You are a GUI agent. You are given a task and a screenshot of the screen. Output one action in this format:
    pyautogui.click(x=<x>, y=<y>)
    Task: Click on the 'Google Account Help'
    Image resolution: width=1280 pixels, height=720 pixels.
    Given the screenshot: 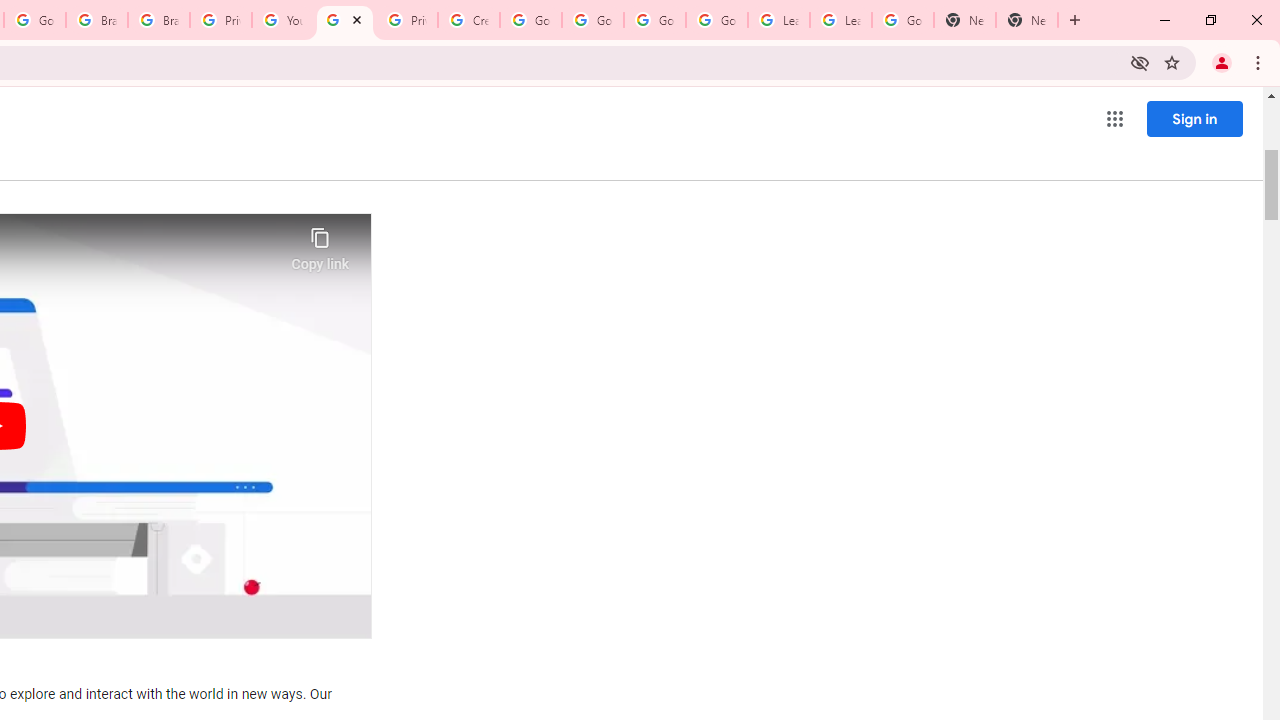 What is the action you would take?
    pyautogui.click(x=531, y=20)
    